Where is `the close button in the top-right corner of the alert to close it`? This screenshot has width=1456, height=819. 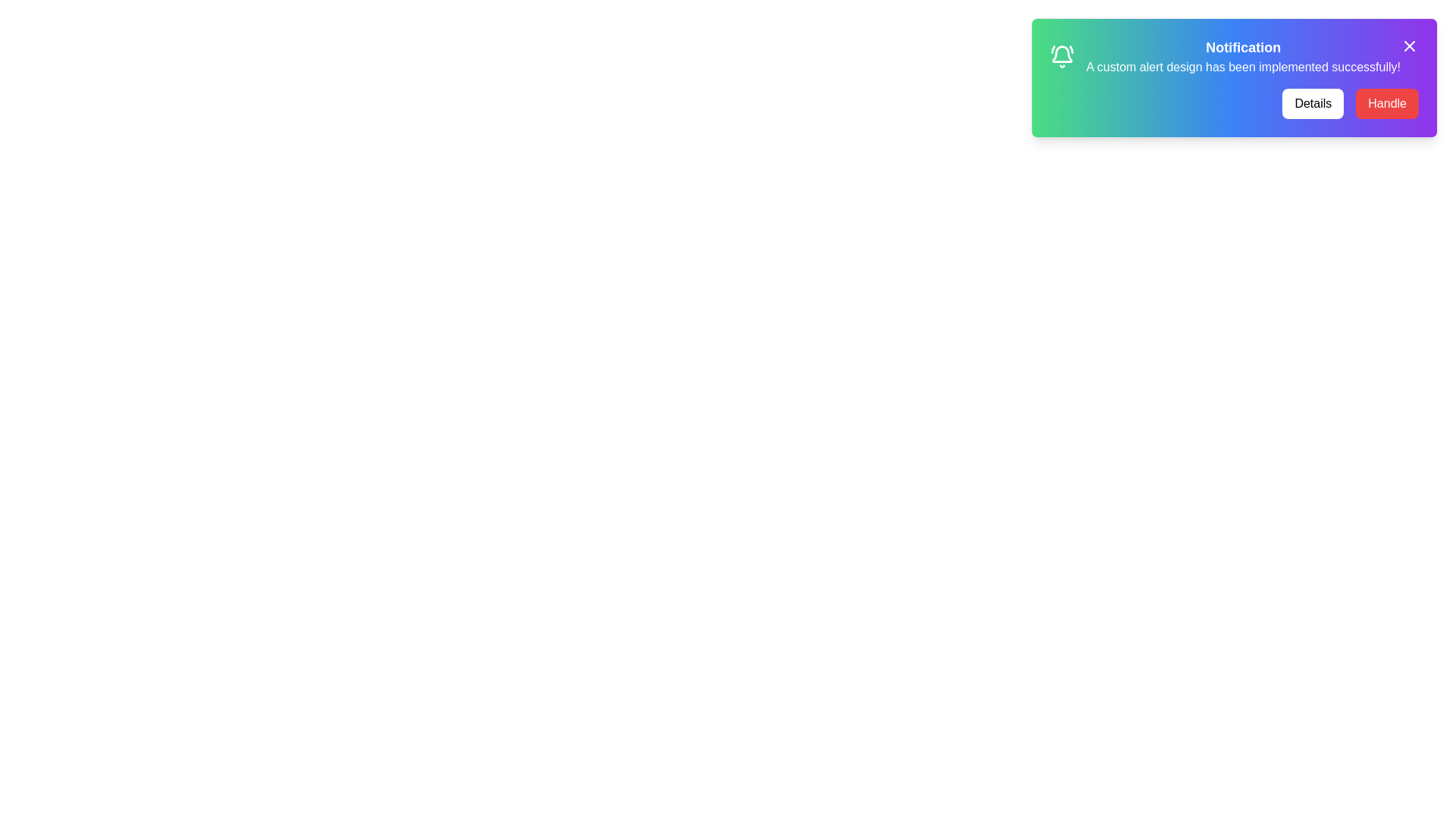
the close button in the top-right corner of the alert to close it is located at coordinates (1408, 45).